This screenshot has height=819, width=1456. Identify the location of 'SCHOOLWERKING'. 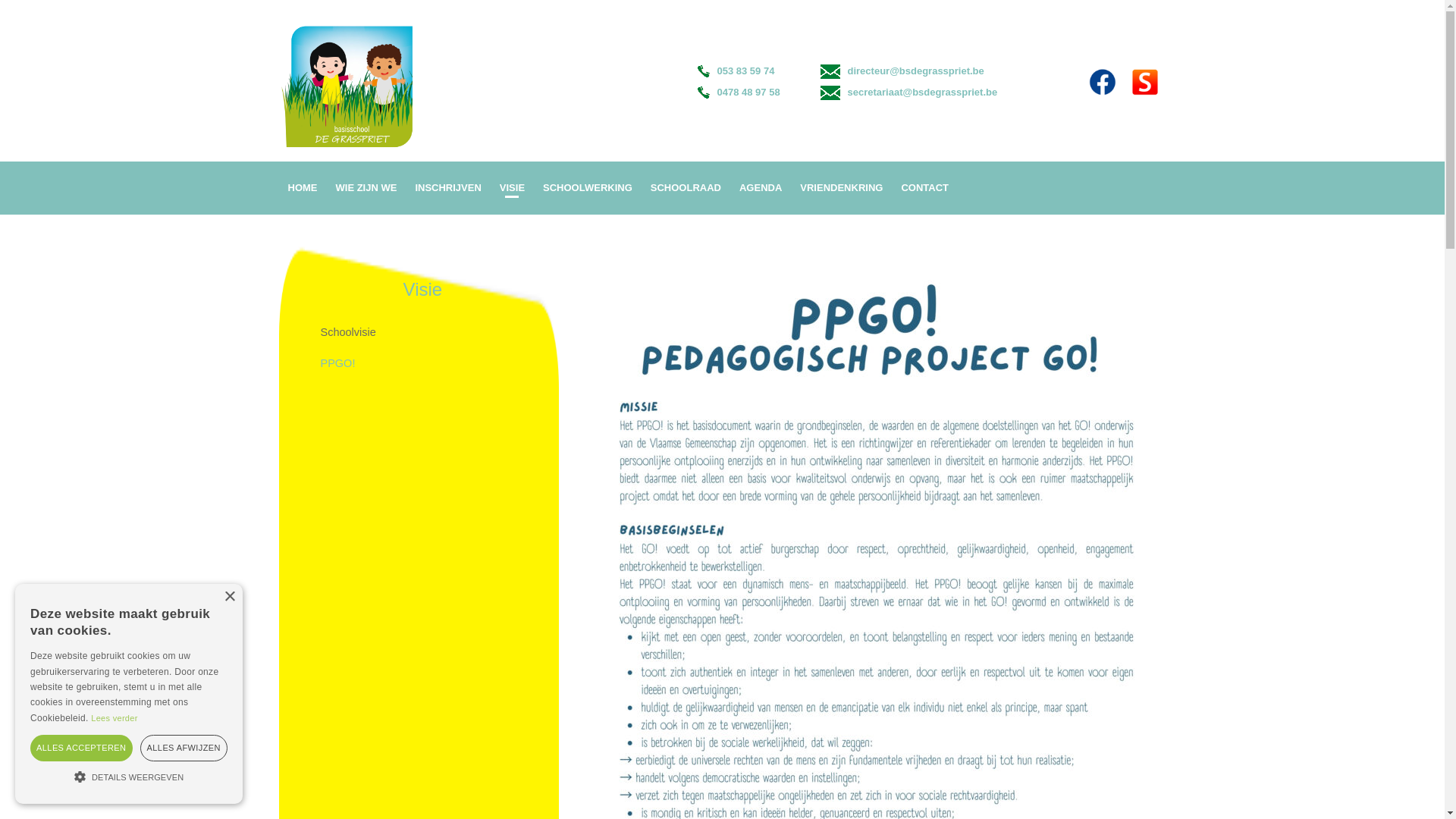
(586, 187).